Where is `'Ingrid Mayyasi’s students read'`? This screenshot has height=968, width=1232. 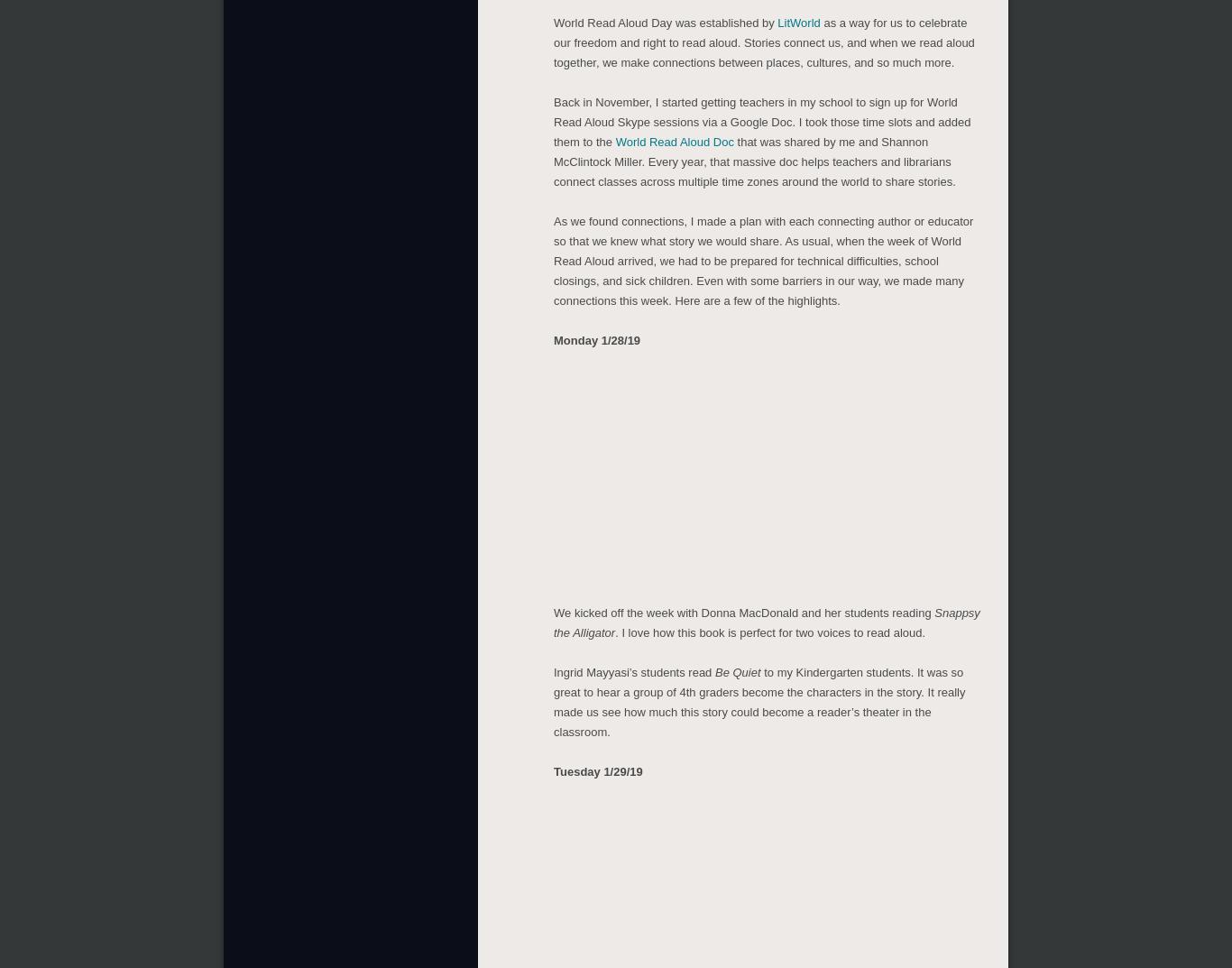 'Ingrid Mayyasi’s students read' is located at coordinates (633, 668).